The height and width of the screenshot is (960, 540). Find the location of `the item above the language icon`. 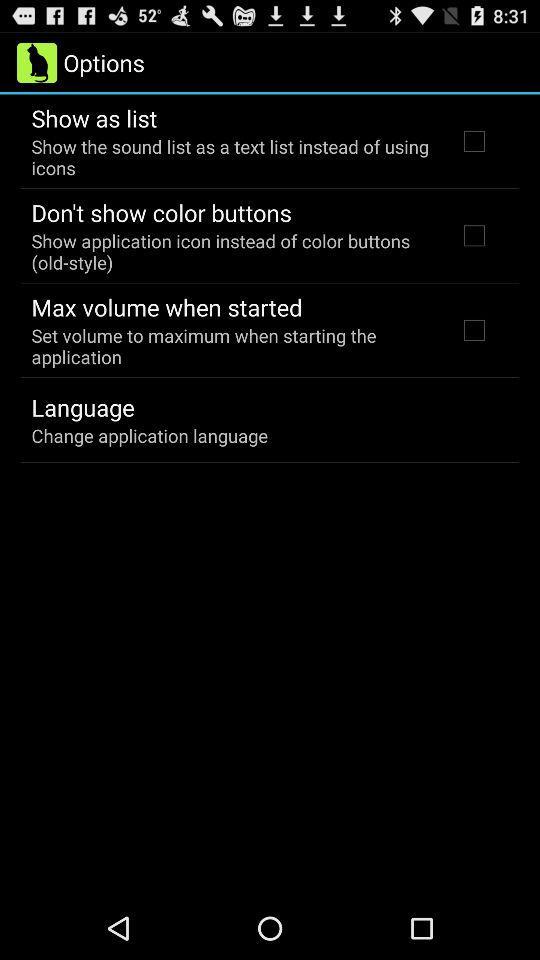

the item above the language icon is located at coordinates (230, 346).